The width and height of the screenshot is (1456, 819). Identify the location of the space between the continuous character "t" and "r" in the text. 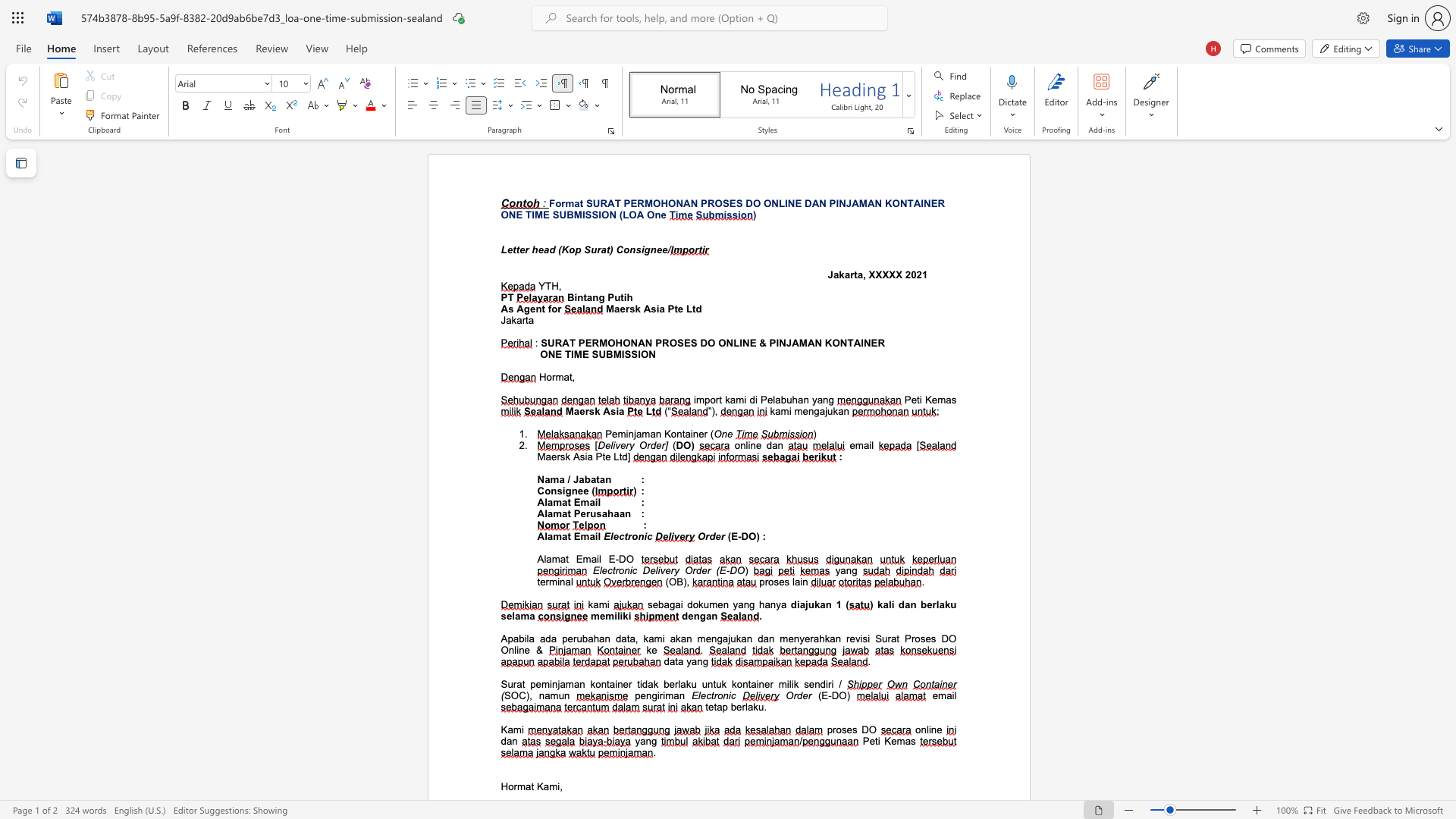
(713, 695).